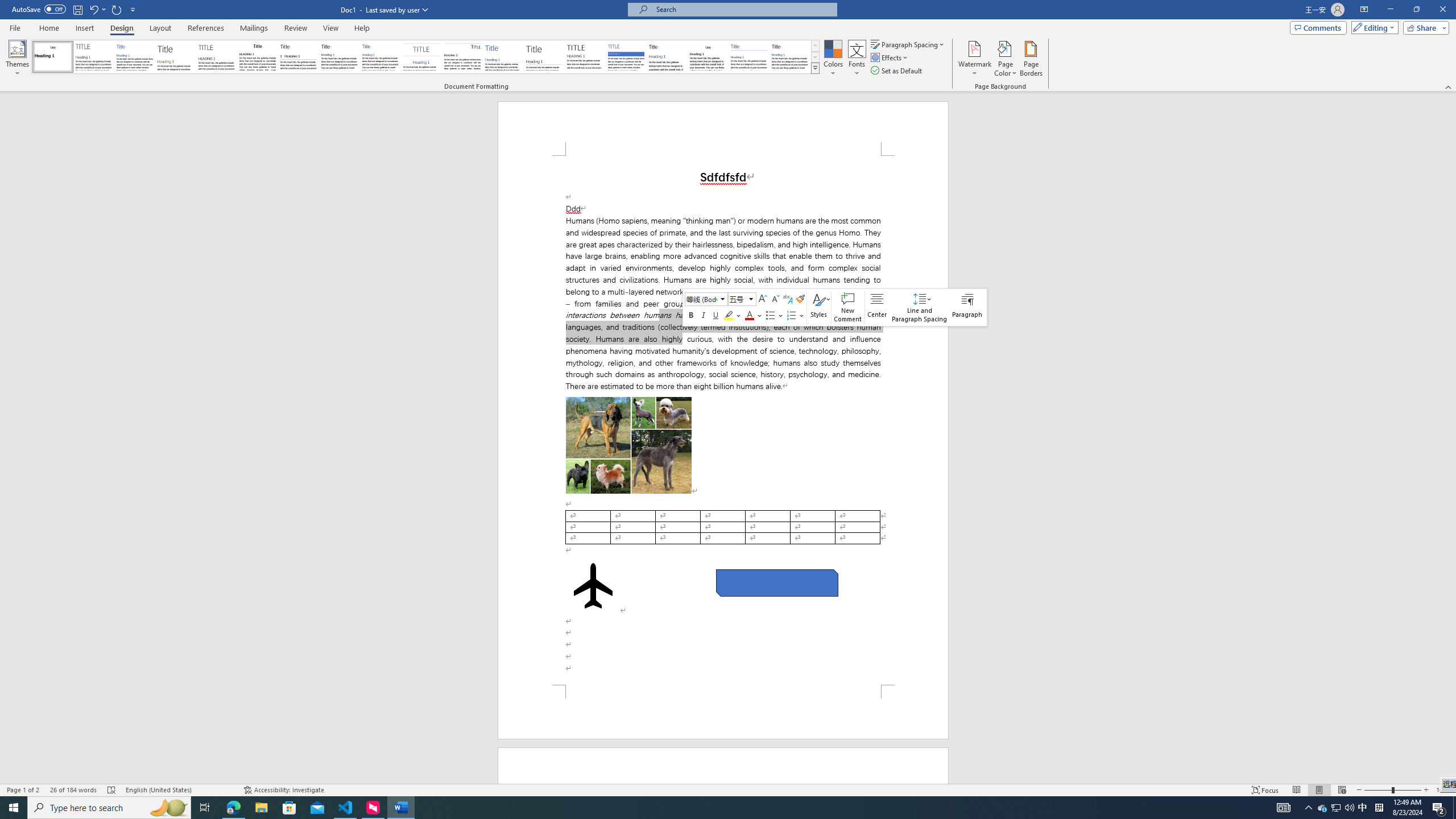 Image resolution: width=1456 pixels, height=819 pixels. Describe the element at coordinates (723, 420) in the screenshot. I see `'Page 1 content'` at that location.